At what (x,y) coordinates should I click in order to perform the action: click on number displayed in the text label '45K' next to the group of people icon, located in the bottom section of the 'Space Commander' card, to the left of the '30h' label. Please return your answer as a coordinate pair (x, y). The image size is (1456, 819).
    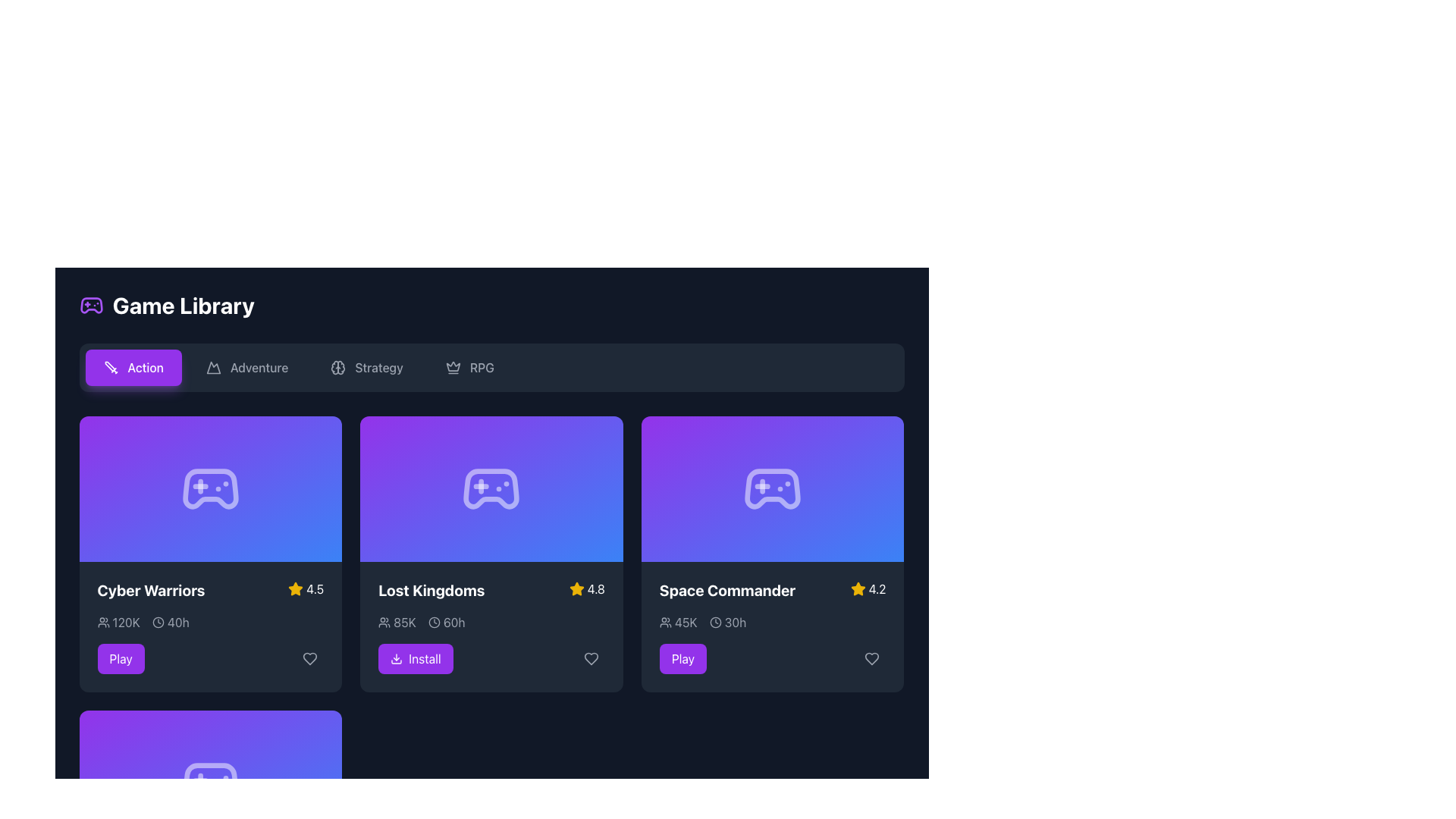
    Looking at the image, I should click on (677, 623).